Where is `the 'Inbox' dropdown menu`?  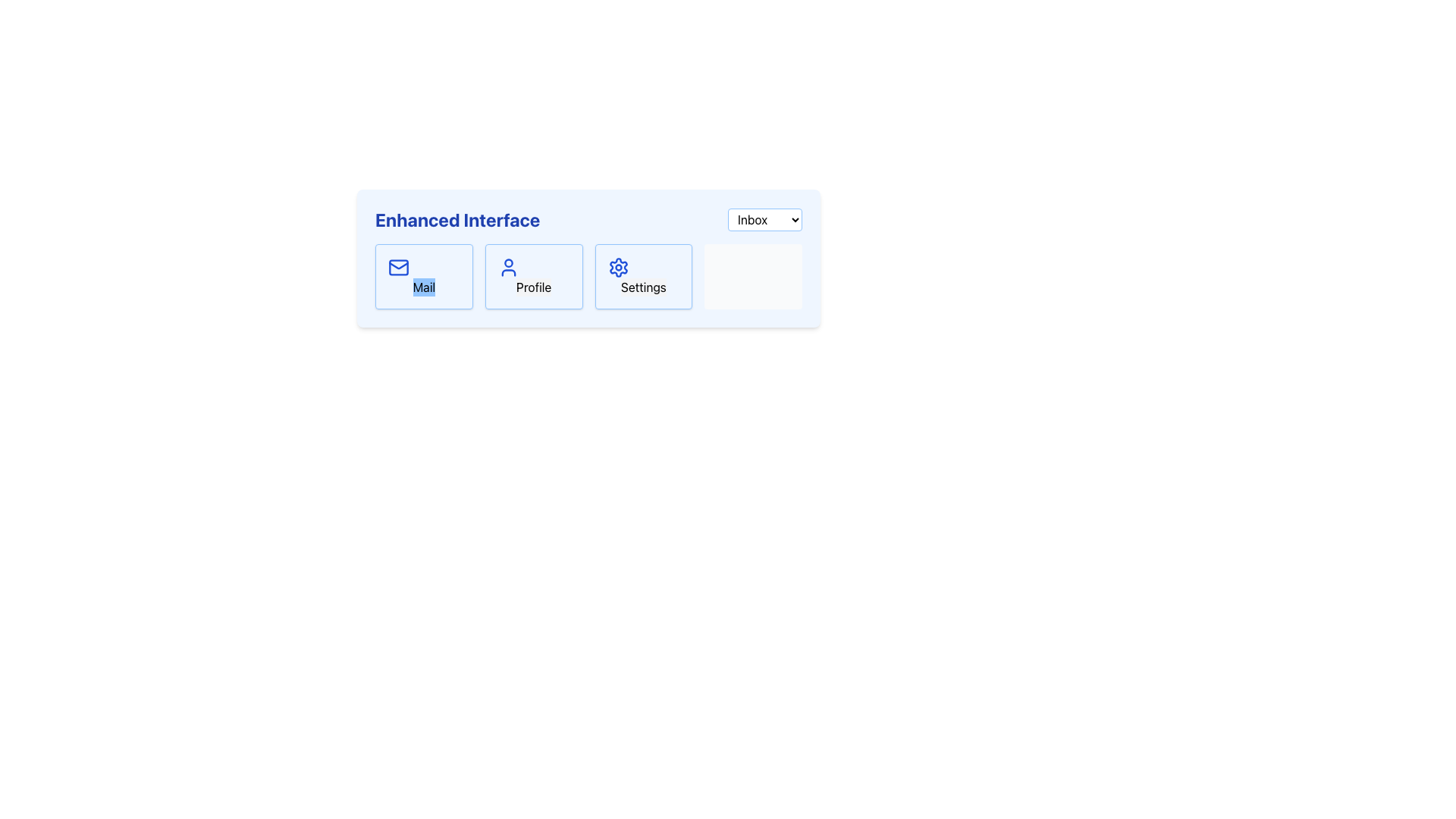
the 'Inbox' dropdown menu is located at coordinates (764, 219).